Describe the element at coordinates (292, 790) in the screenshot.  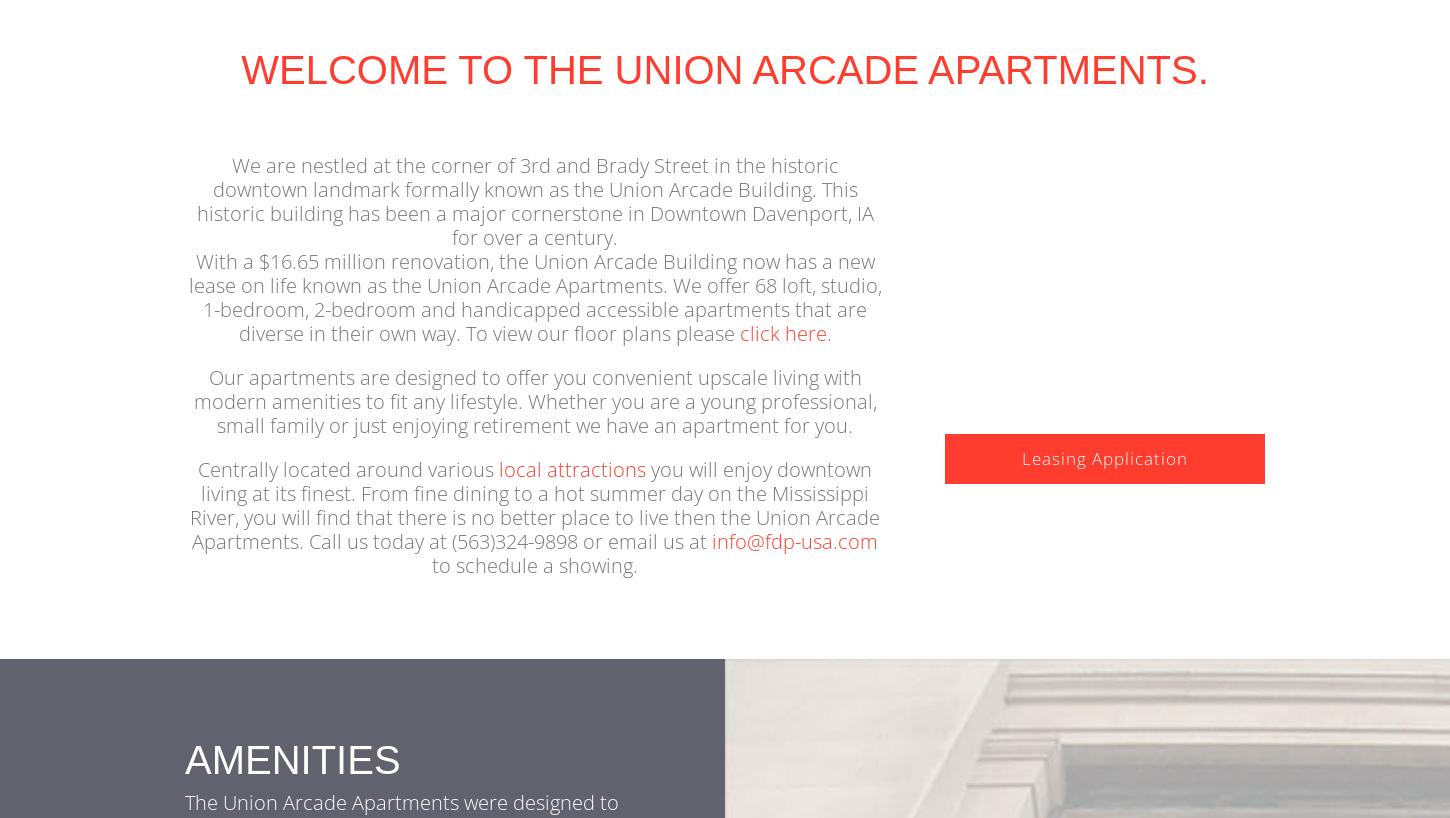
I see `'Amenities'` at that location.